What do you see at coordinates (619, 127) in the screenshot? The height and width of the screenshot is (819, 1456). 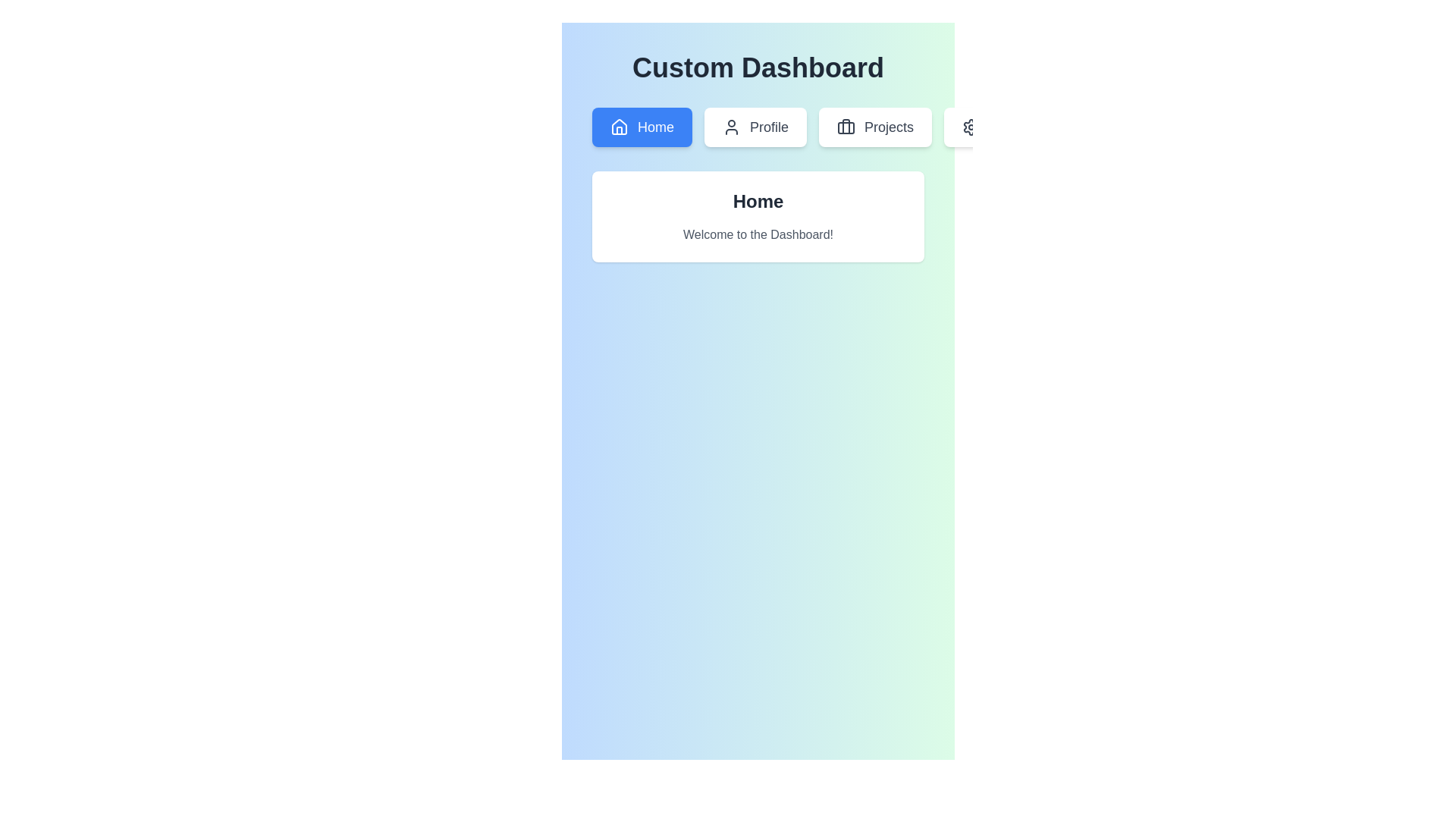 I see `the 'Home' icon located in the navigation bar, which is the first element from the left` at bounding box center [619, 127].